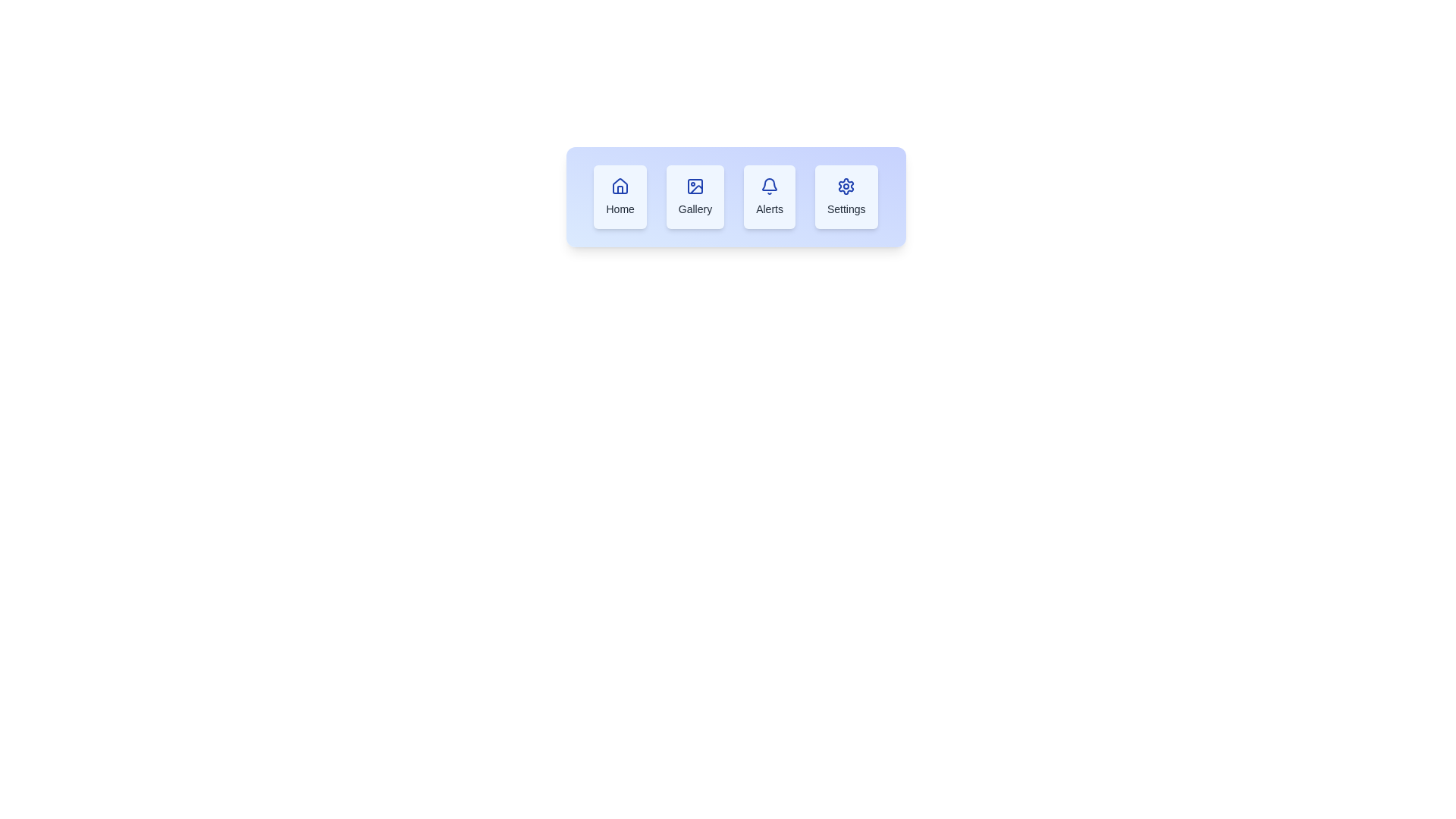 The height and width of the screenshot is (819, 1456). What do you see at coordinates (620, 186) in the screenshot?
I see `the 'Home' graphic icon, which is the first card on the left in a horizontal set of four cards, visually representing the 'Home' functionality` at bounding box center [620, 186].